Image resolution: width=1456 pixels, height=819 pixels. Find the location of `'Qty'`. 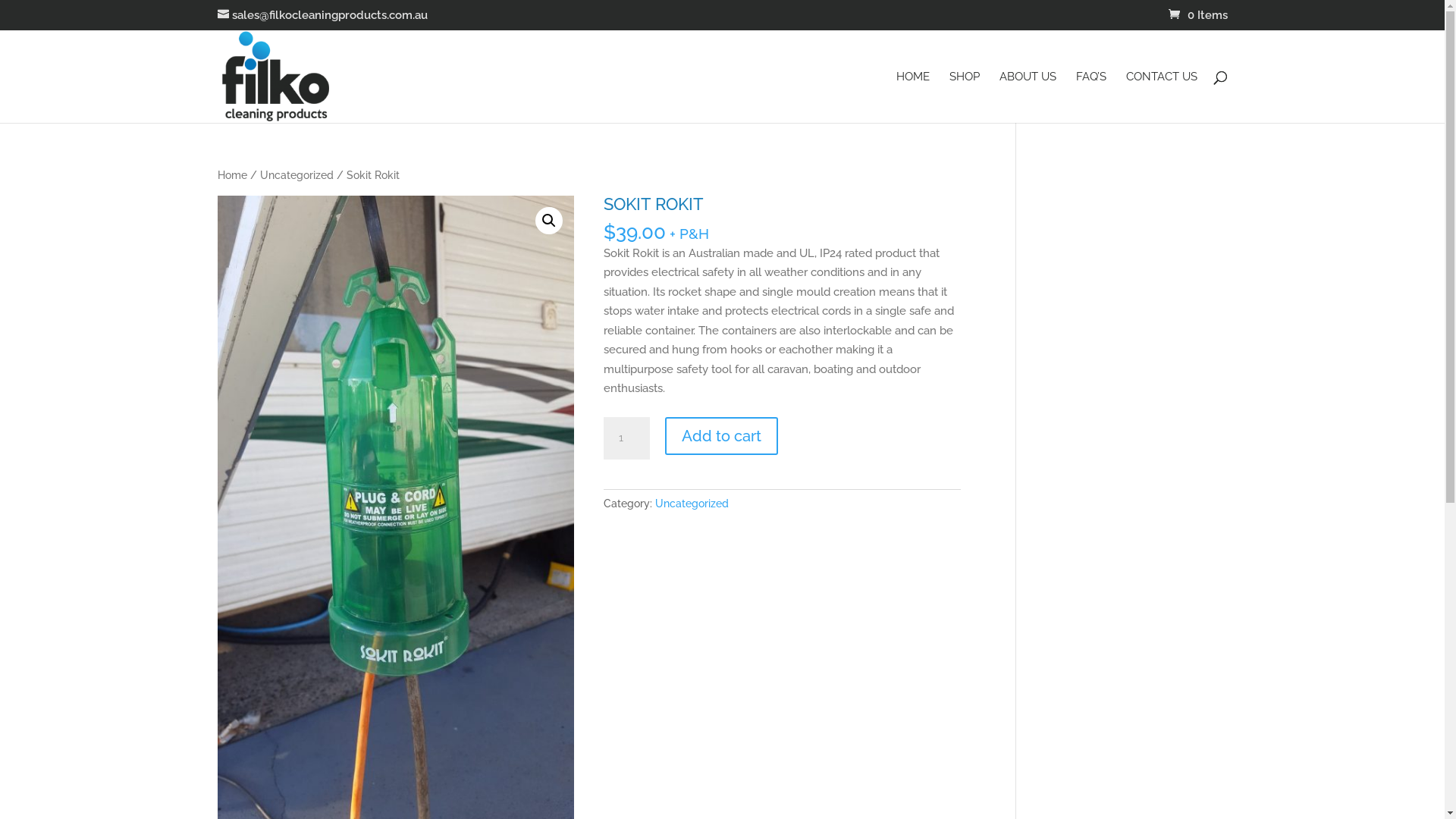

'Qty' is located at coordinates (626, 438).